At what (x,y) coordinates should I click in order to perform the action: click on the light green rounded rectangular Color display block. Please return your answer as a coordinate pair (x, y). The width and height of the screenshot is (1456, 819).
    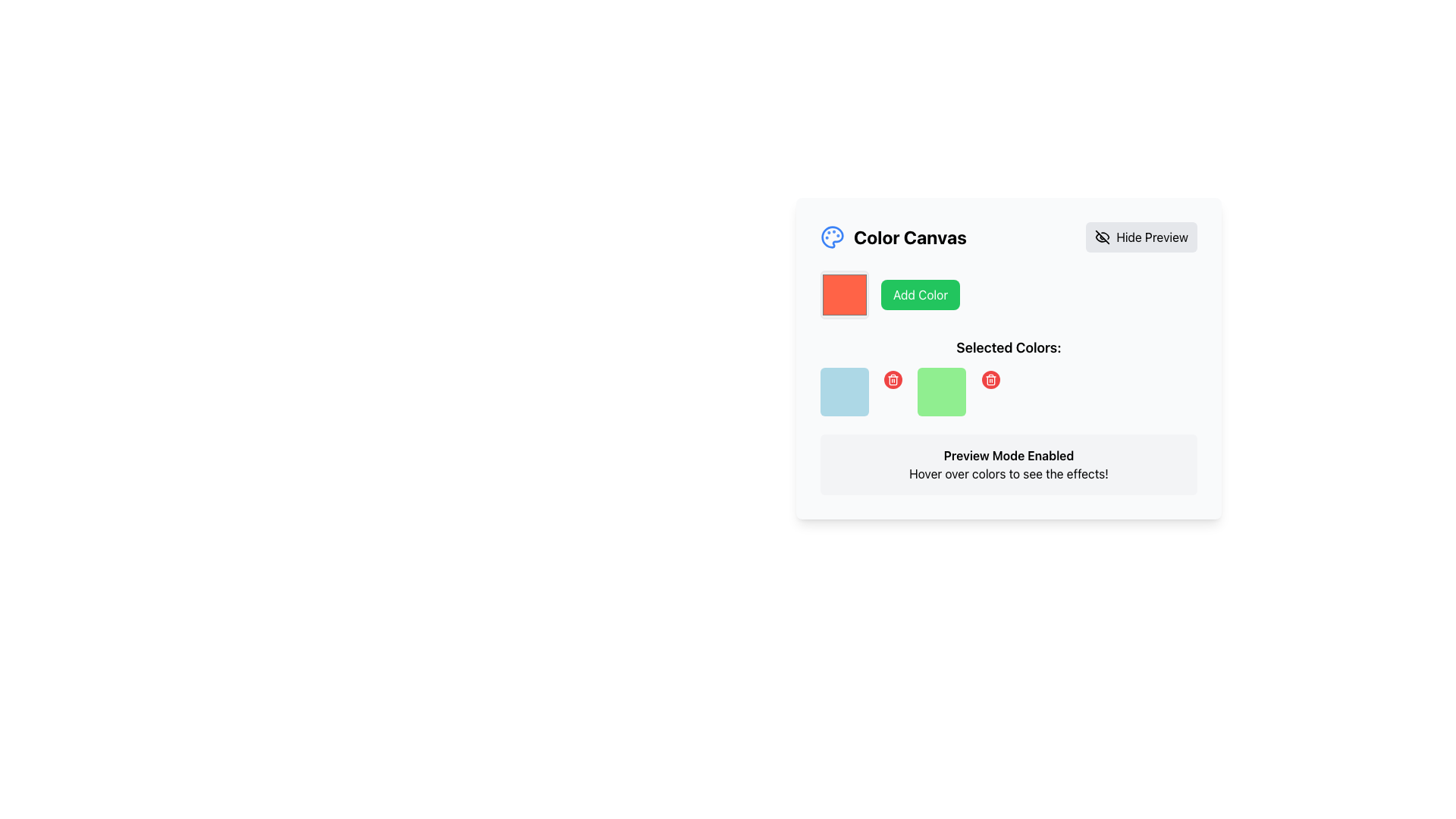
    Looking at the image, I should click on (959, 391).